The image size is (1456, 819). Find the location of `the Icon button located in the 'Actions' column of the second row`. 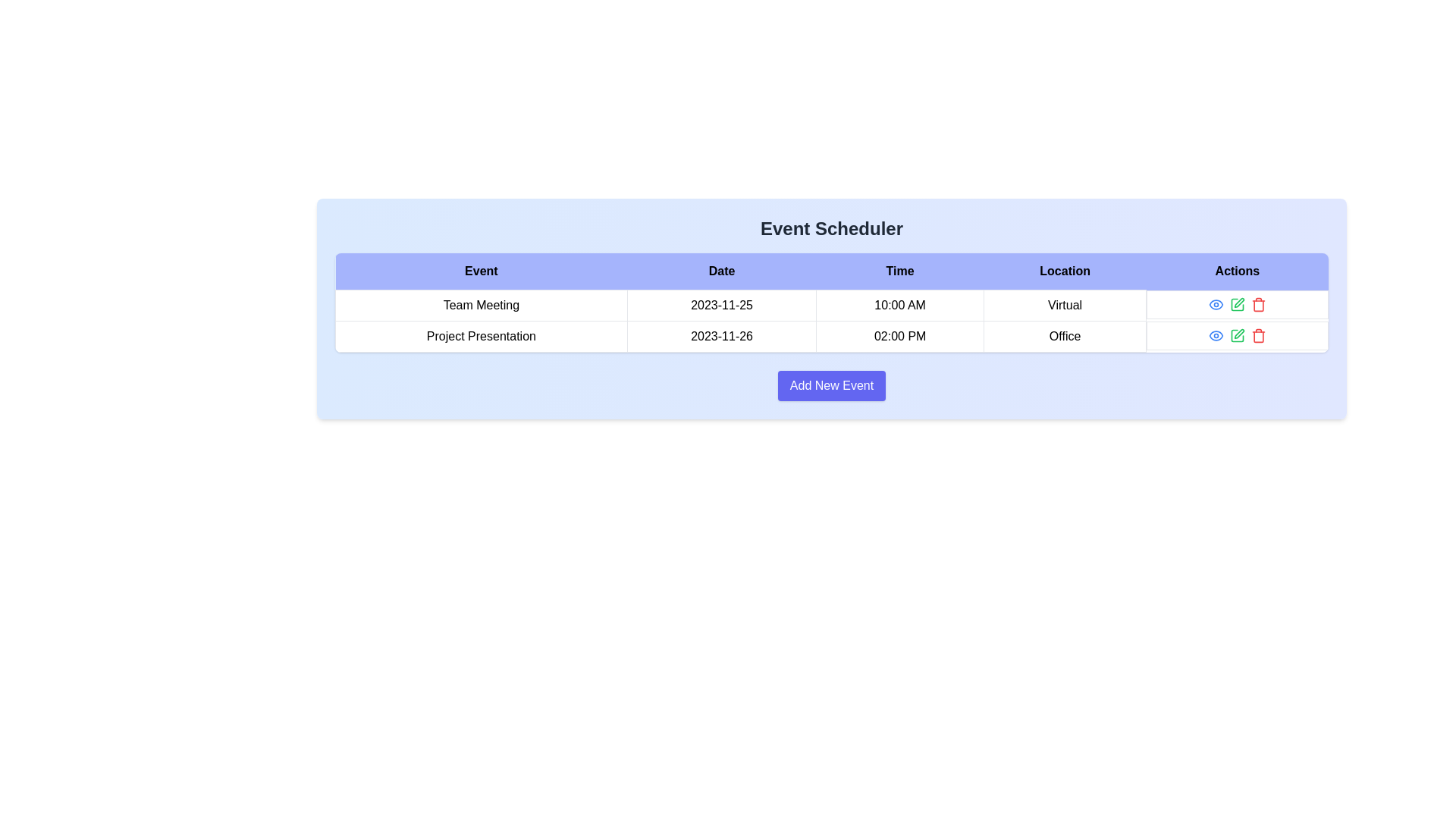

the Icon button located in the 'Actions' column of the second row is located at coordinates (1216, 334).